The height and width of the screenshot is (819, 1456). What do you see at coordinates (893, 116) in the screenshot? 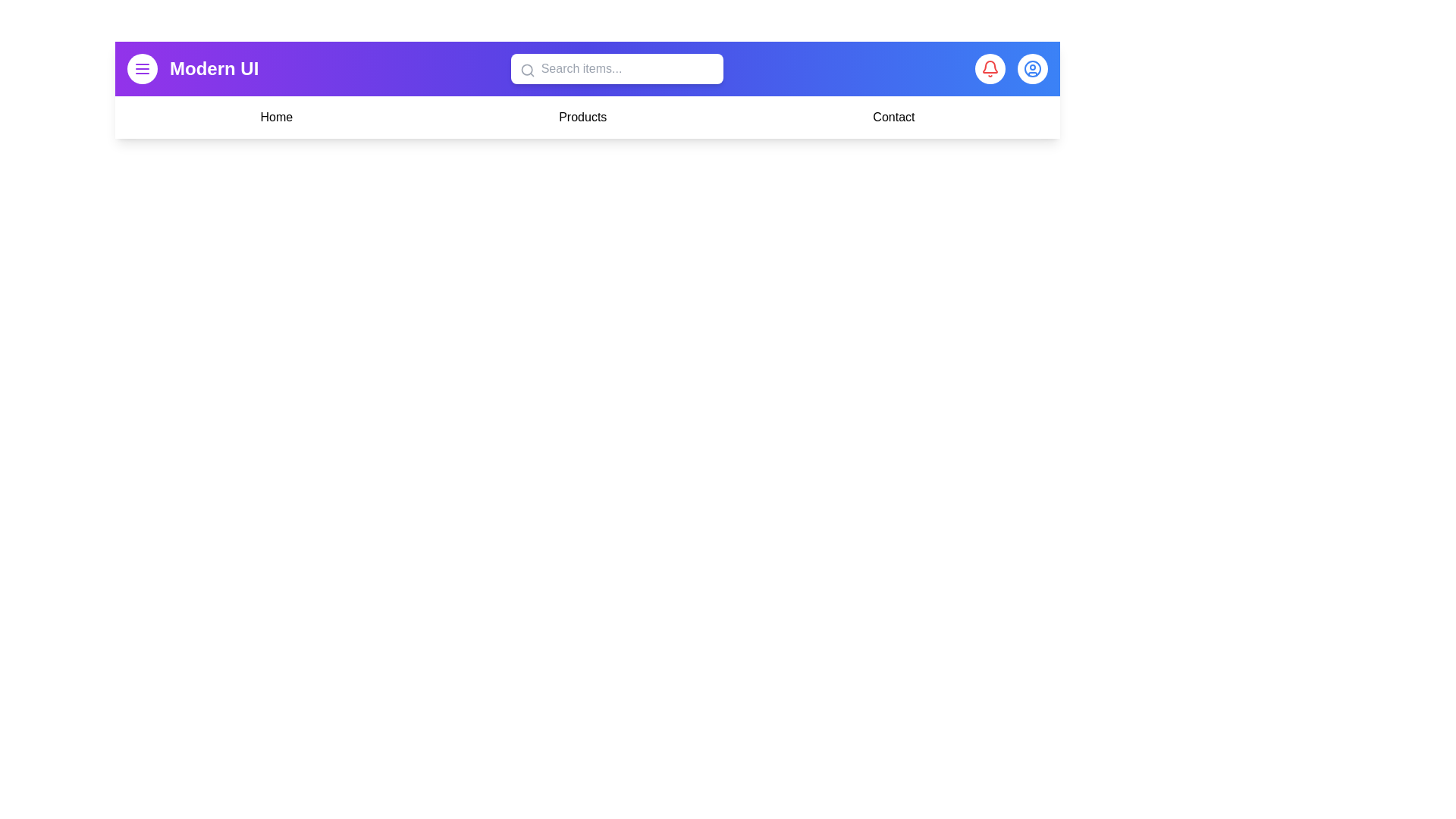
I see `the Contact navigation item` at bounding box center [893, 116].